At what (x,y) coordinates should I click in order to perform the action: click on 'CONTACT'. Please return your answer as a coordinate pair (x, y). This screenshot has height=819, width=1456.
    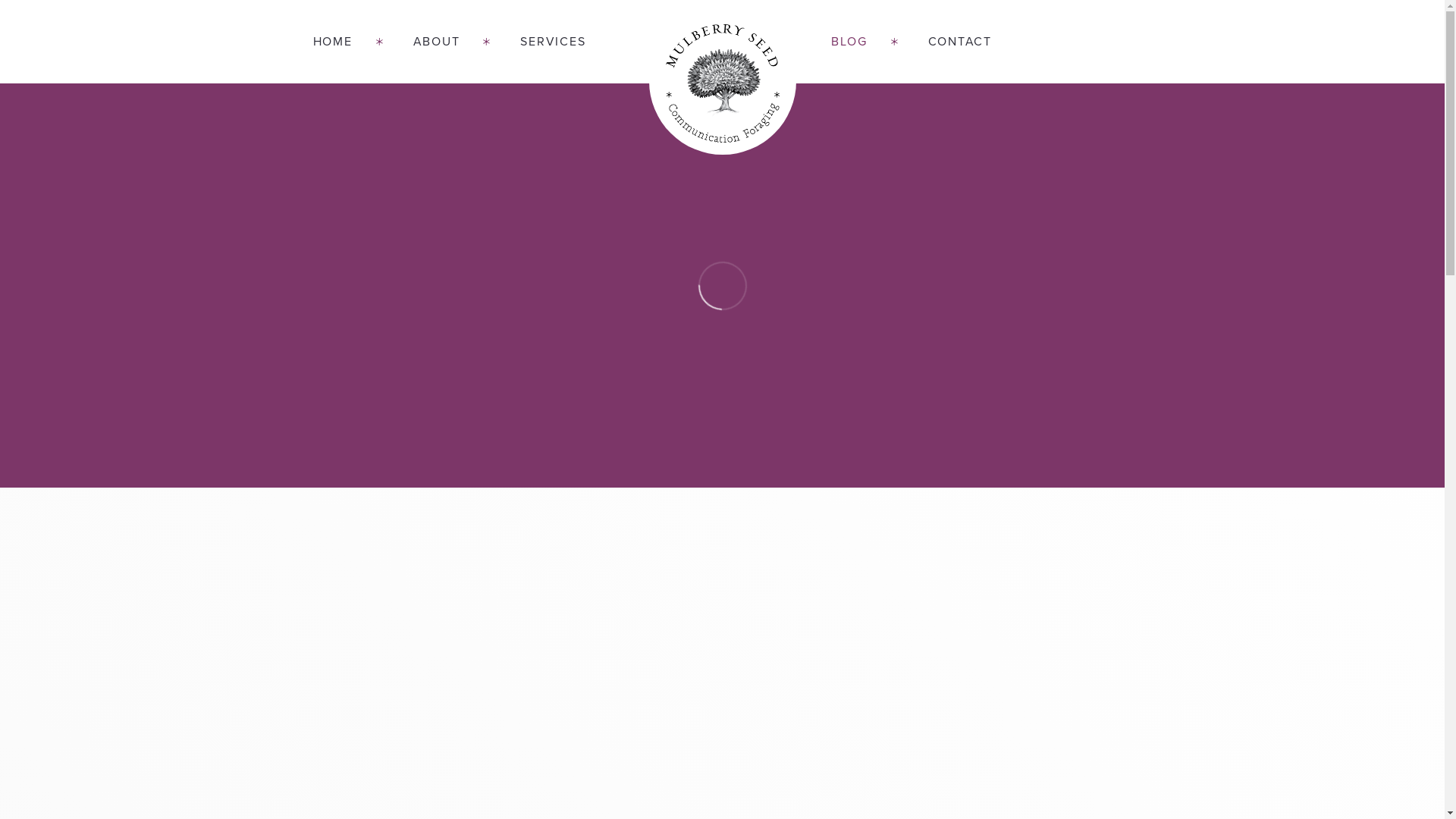
    Looking at the image, I should click on (944, 40).